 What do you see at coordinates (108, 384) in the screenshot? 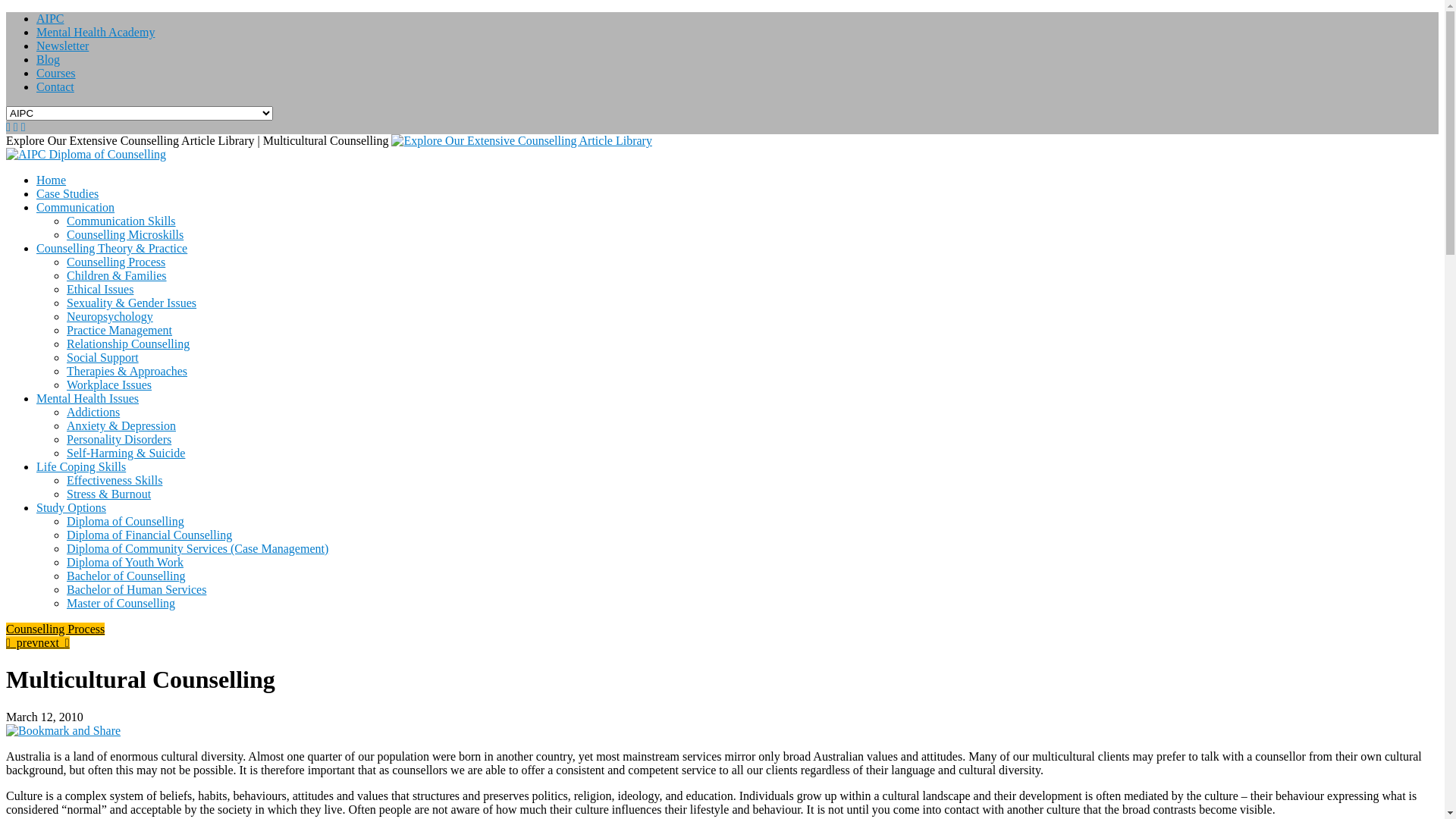
I see `'Workplace Issues'` at bounding box center [108, 384].